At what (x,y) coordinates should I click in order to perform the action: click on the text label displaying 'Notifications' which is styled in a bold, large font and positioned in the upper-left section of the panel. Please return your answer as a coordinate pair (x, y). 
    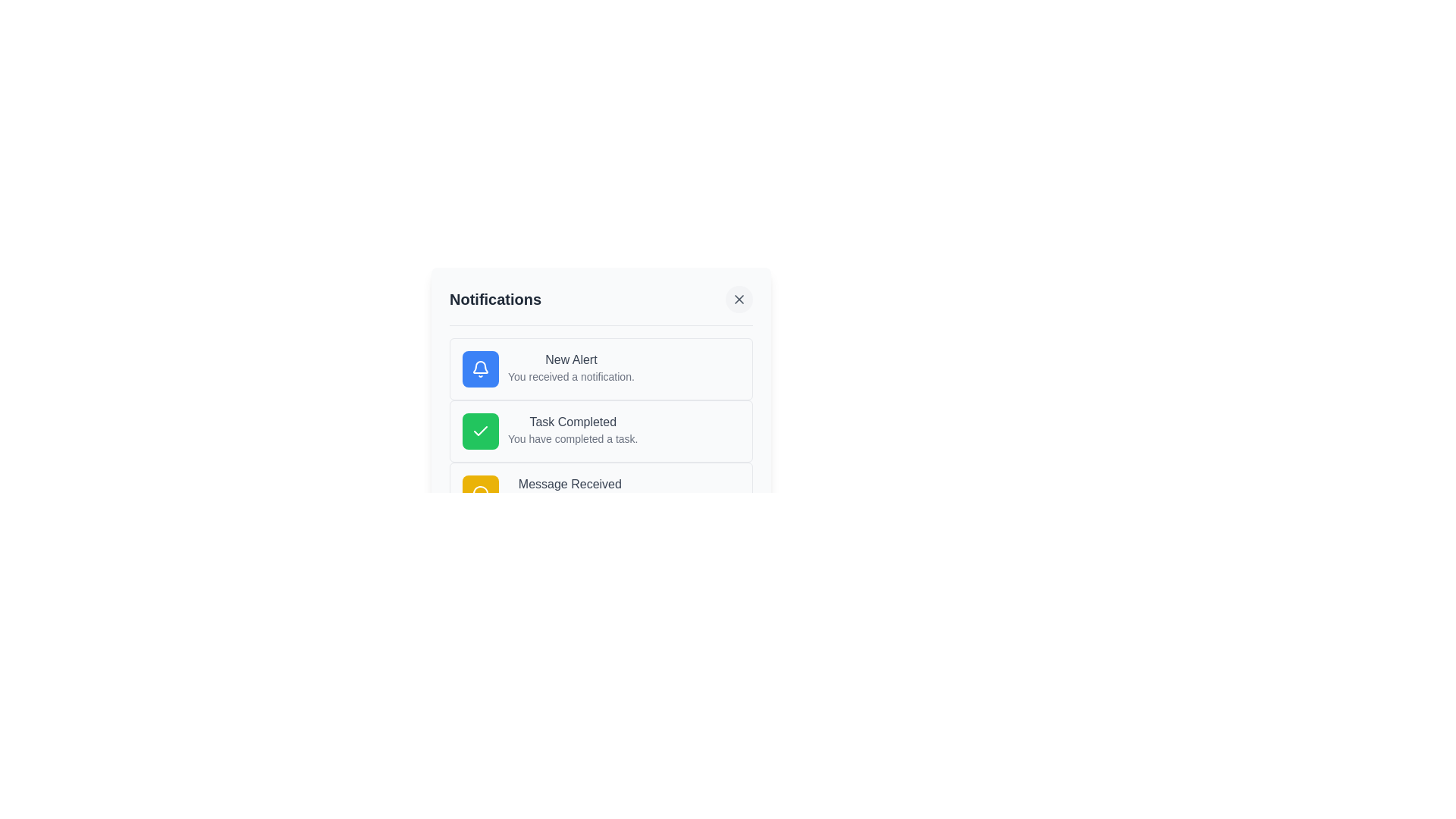
    Looking at the image, I should click on (495, 299).